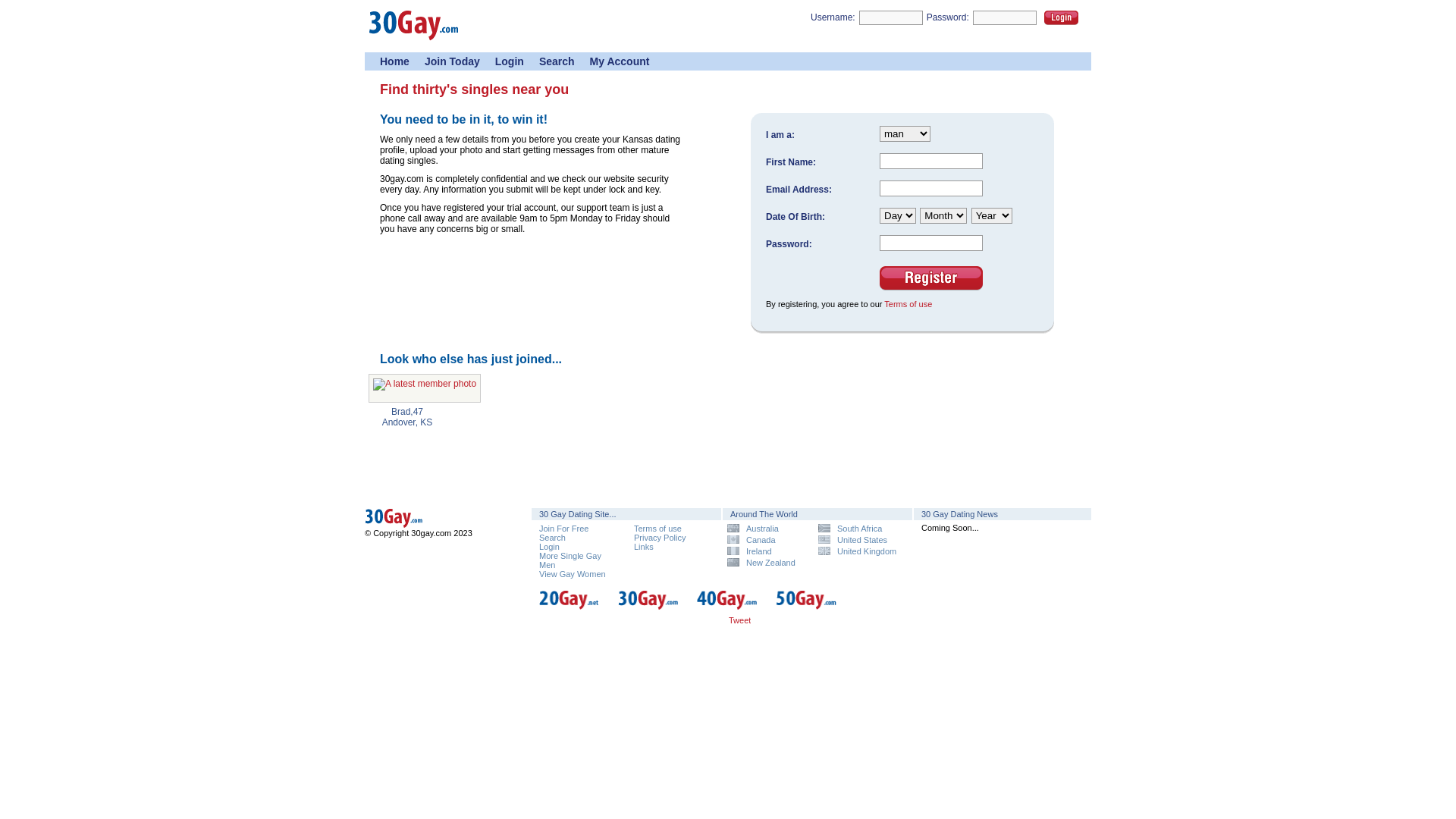 This screenshot has width=1456, height=819. Describe the element at coordinates (538, 537) in the screenshot. I see `'Search'` at that location.